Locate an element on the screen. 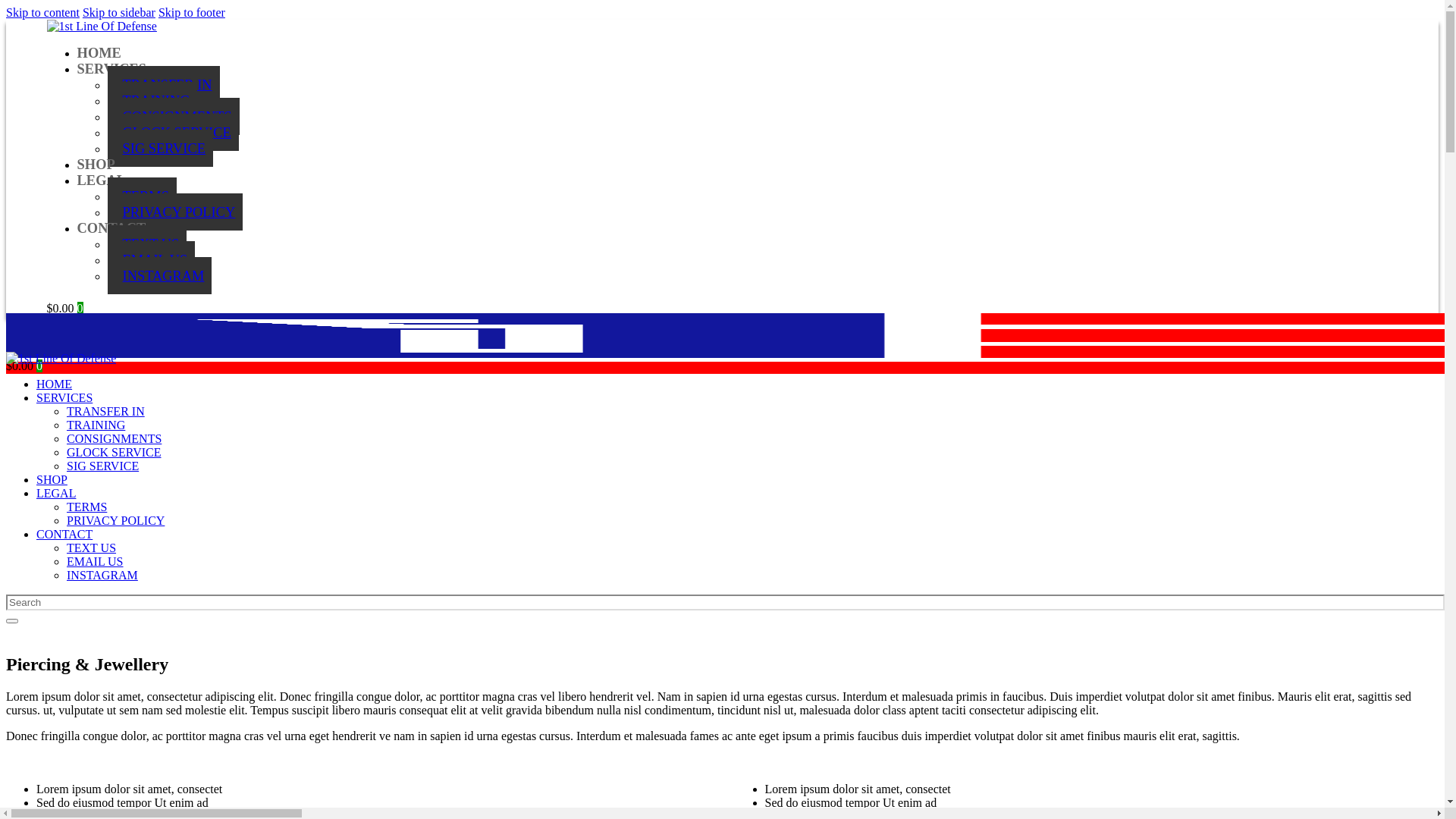 Image resolution: width=1456 pixels, height=819 pixels. 'EMAIL US' is located at coordinates (152, 259).